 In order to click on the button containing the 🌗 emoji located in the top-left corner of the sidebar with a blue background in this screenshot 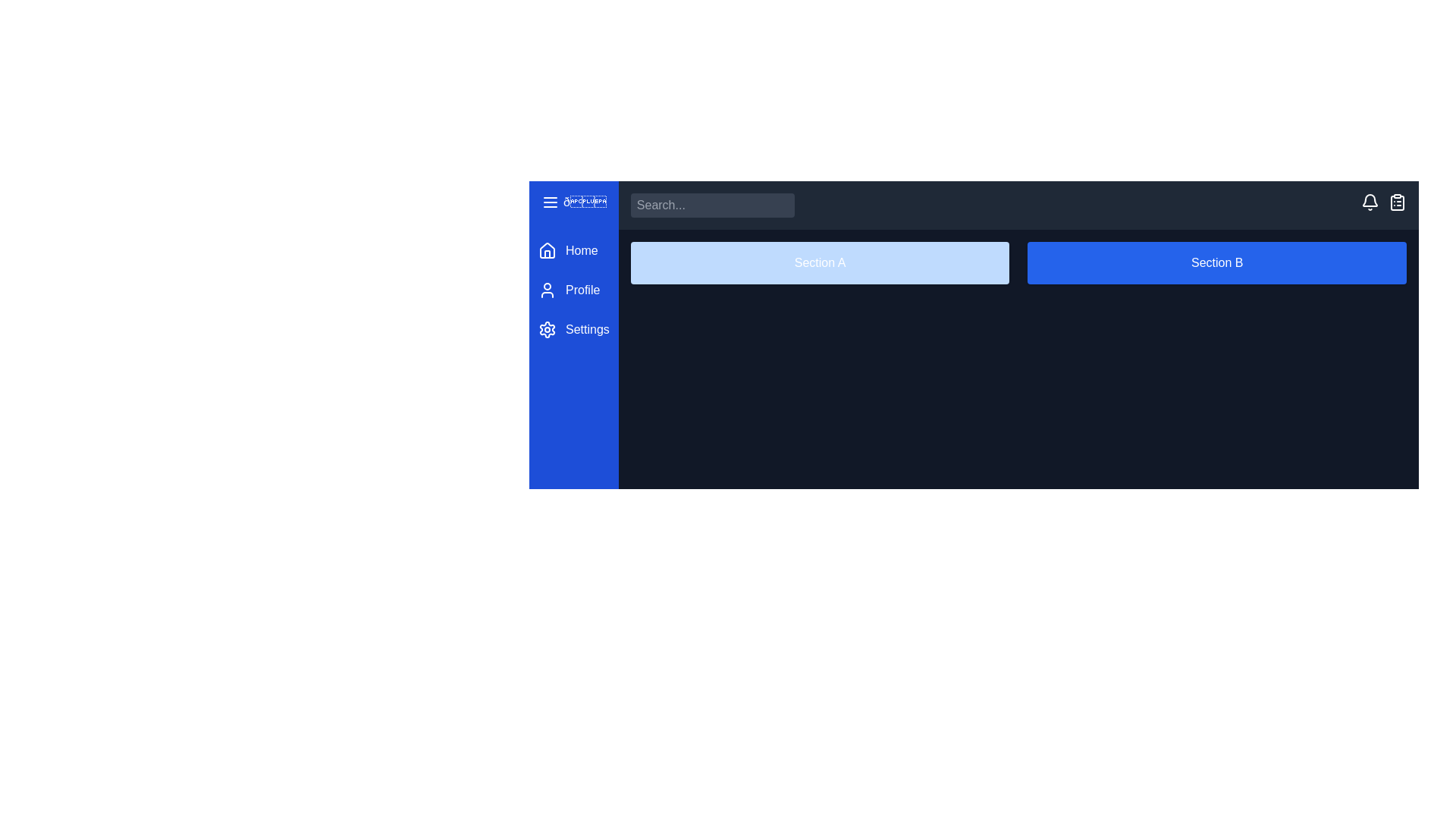, I will do `click(584, 201)`.